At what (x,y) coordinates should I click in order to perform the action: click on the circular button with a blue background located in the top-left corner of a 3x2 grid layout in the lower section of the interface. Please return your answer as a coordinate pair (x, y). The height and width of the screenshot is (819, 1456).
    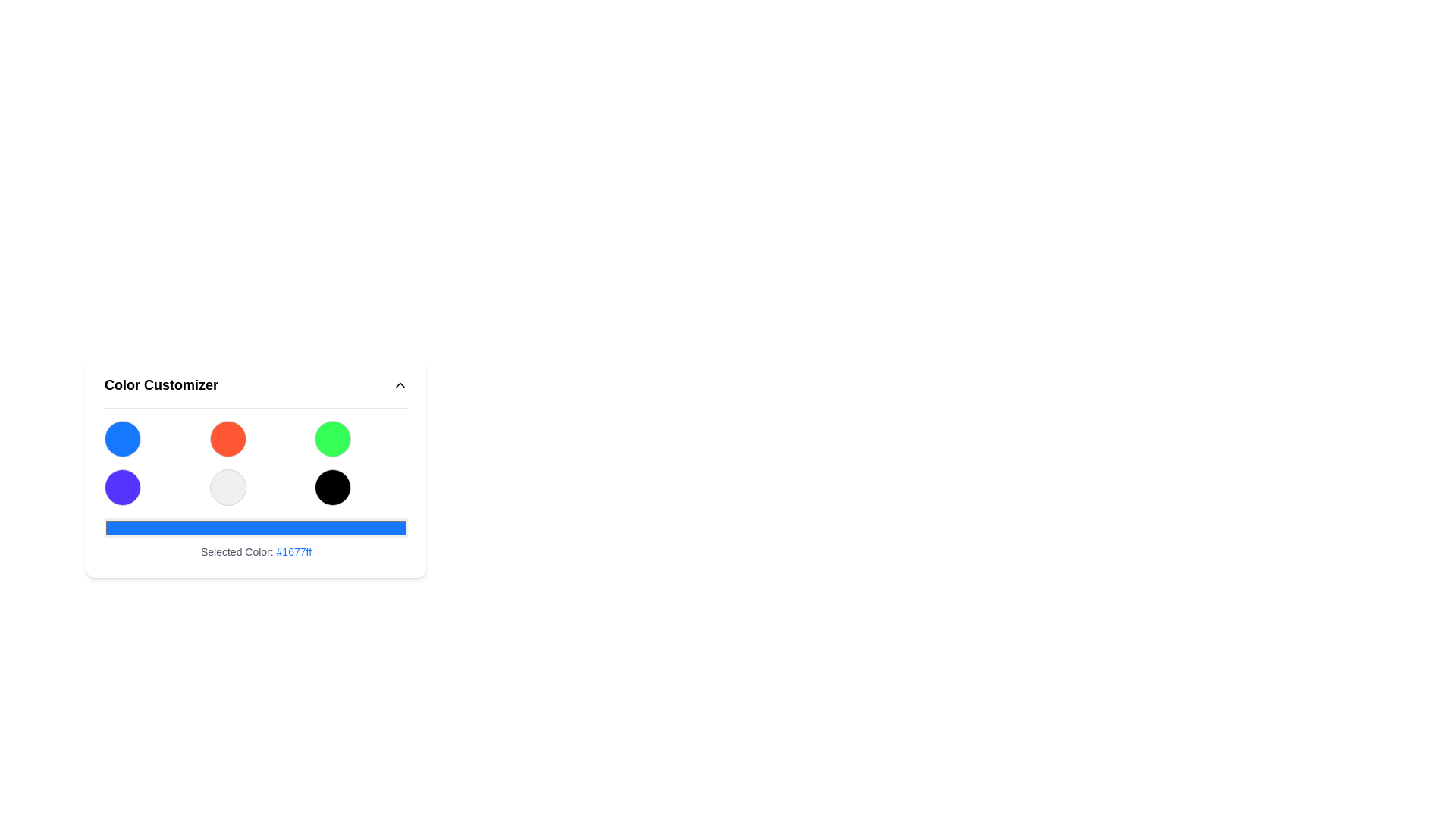
    Looking at the image, I should click on (123, 438).